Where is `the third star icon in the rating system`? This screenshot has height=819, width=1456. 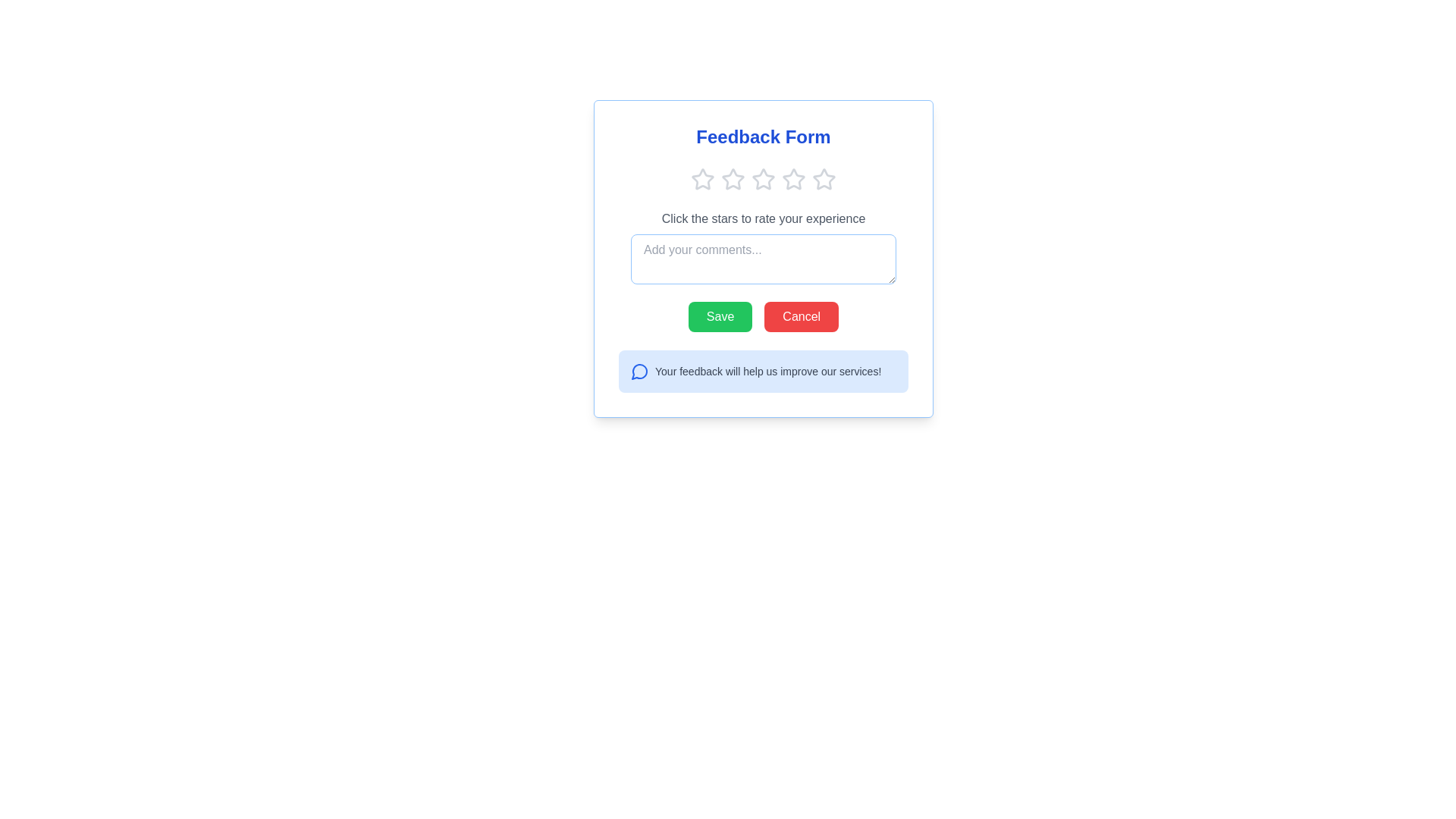
the third star icon in the rating system is located at coordinates (792, 178).